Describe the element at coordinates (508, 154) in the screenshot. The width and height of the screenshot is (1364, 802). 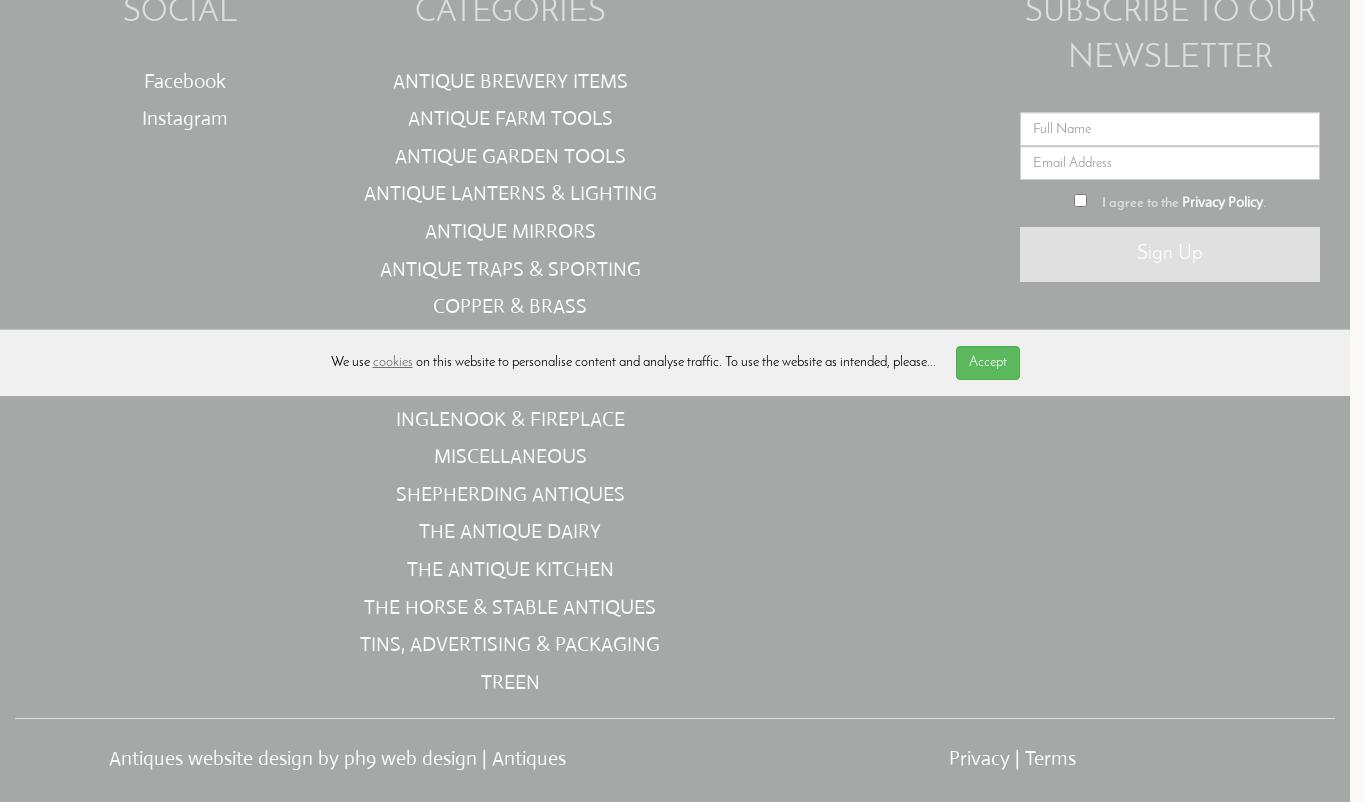
I see `'ANTIQUE GARDEN TOOLS'` at that location.